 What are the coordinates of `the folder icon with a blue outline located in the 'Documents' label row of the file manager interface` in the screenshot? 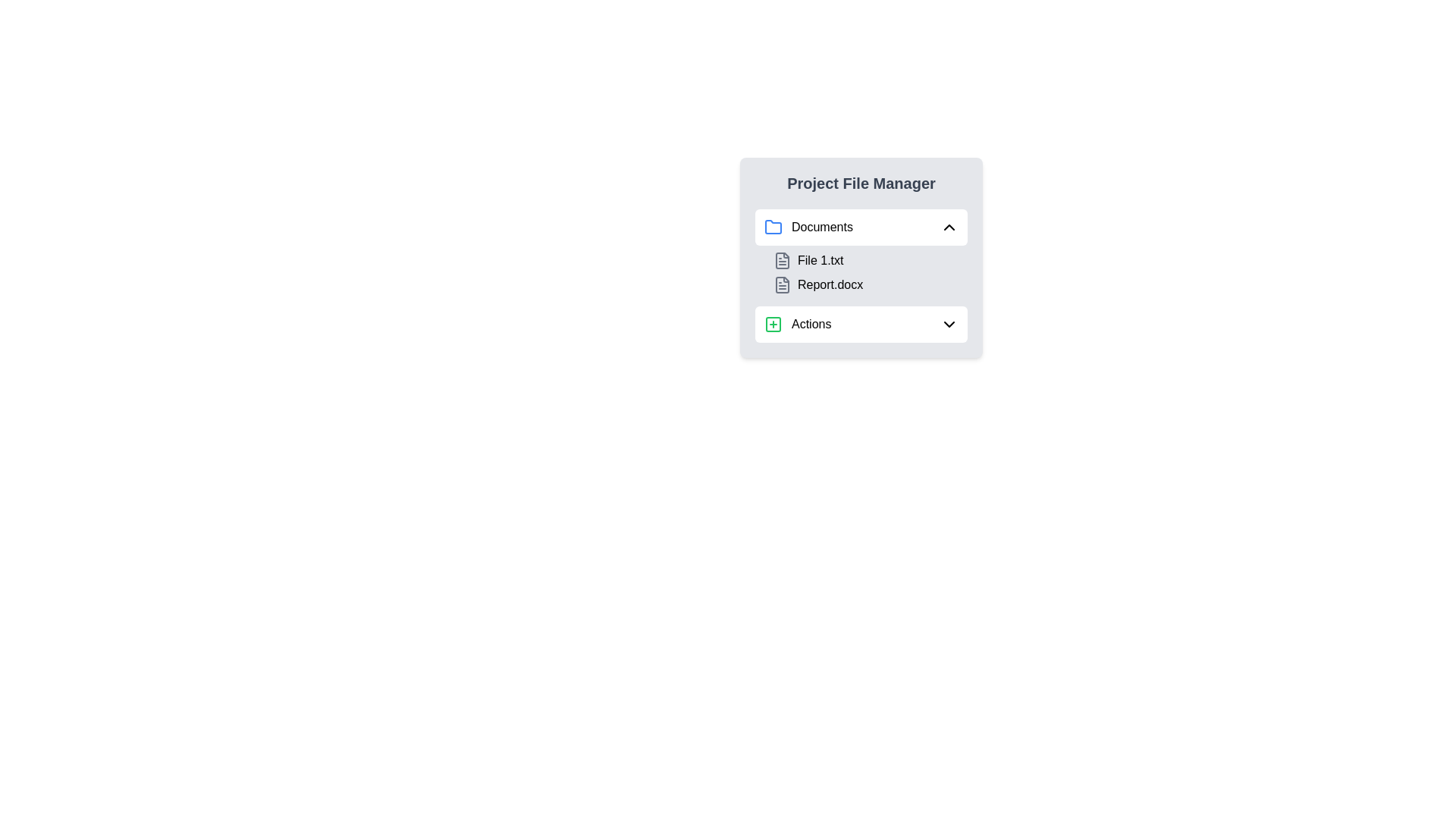 It's located at (773, 227).